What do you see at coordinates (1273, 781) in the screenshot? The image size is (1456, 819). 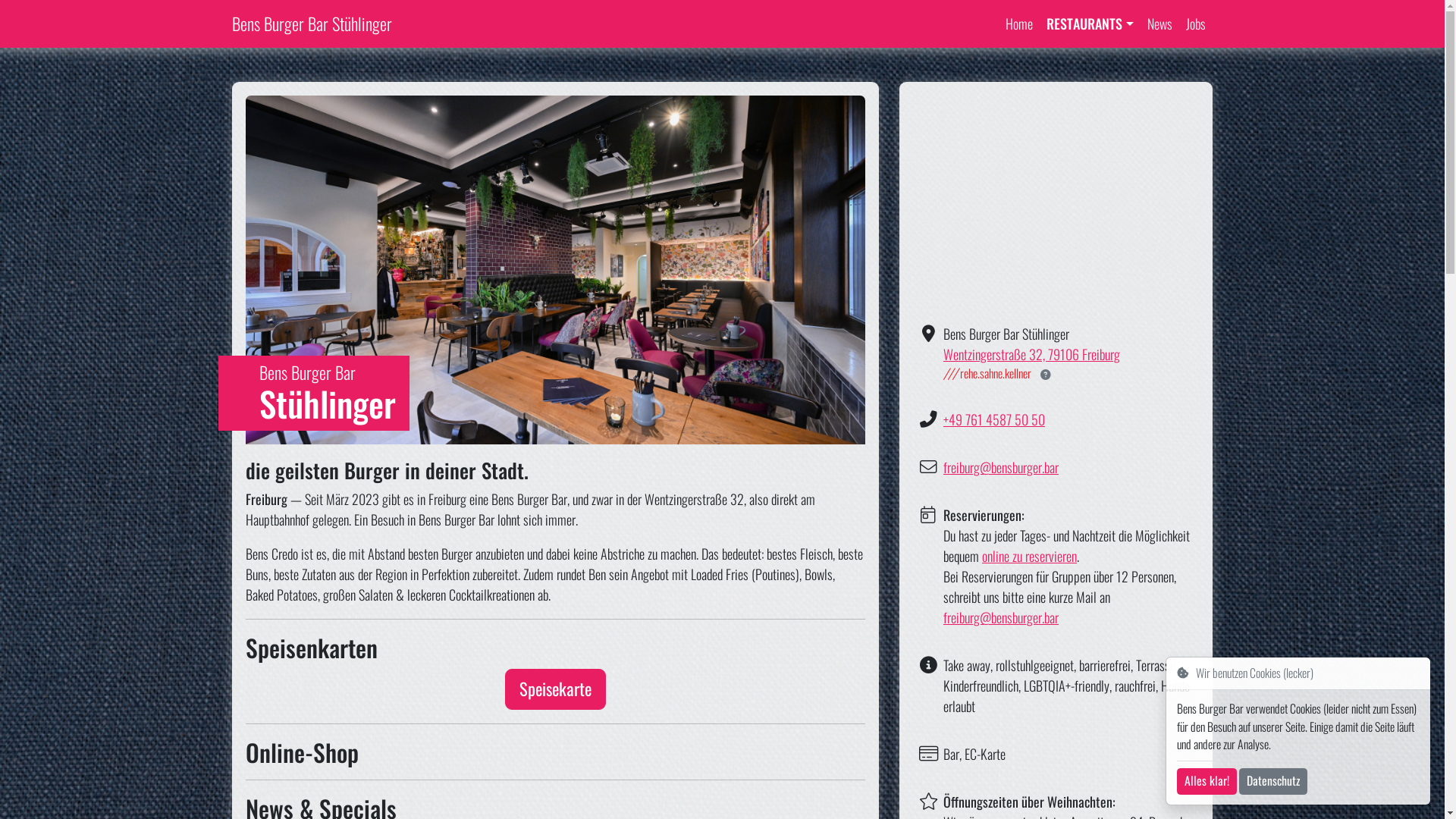 I see `'Datenschutz'` at bounding box center [1273, 781].